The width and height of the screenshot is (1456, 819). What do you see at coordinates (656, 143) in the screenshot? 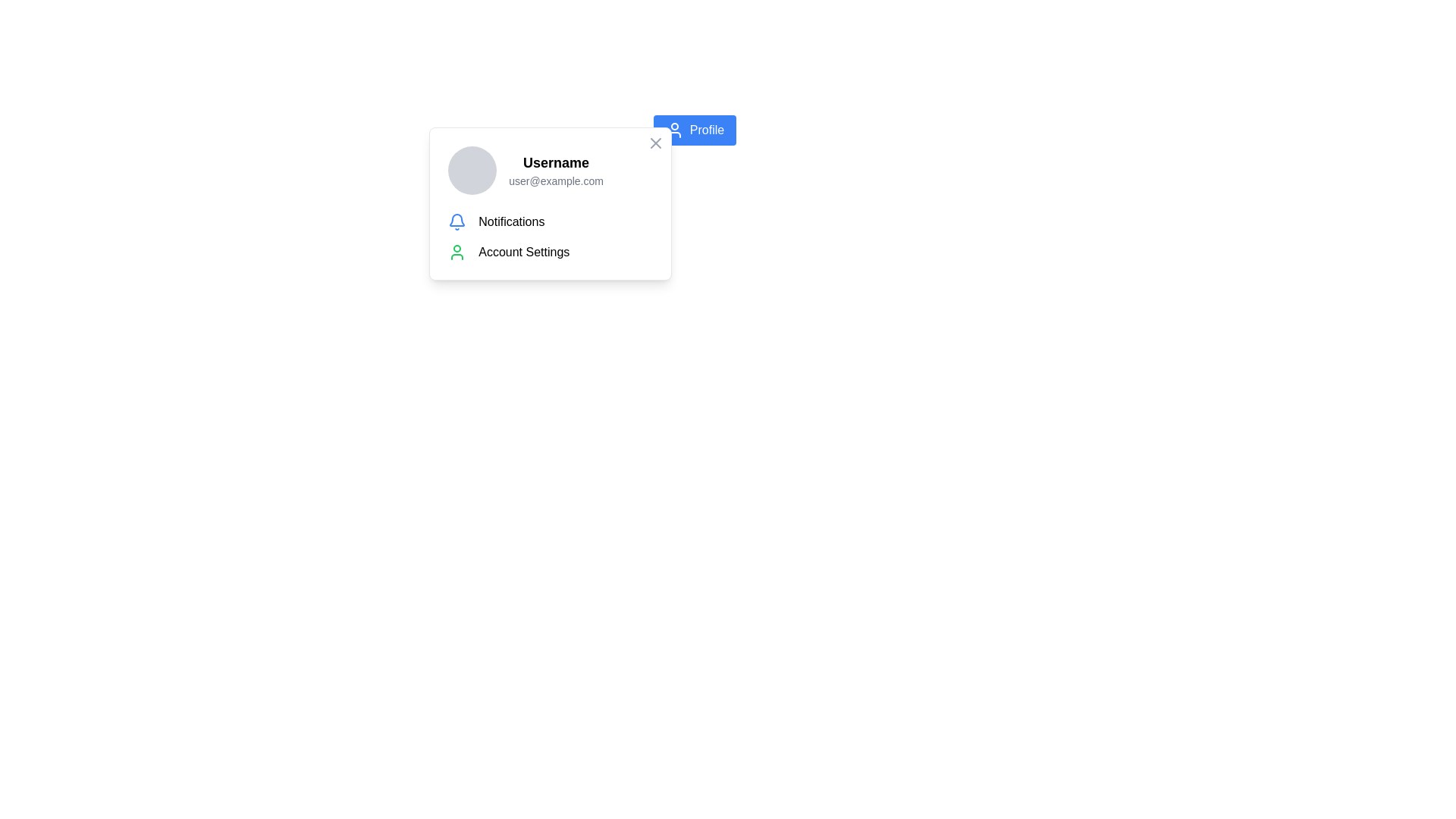
I see `the small 'X' icon, which is a close button located at the top right corner of the user profile card interface, adjacent to the 'Profile' button` at bounding box center [656, 143].